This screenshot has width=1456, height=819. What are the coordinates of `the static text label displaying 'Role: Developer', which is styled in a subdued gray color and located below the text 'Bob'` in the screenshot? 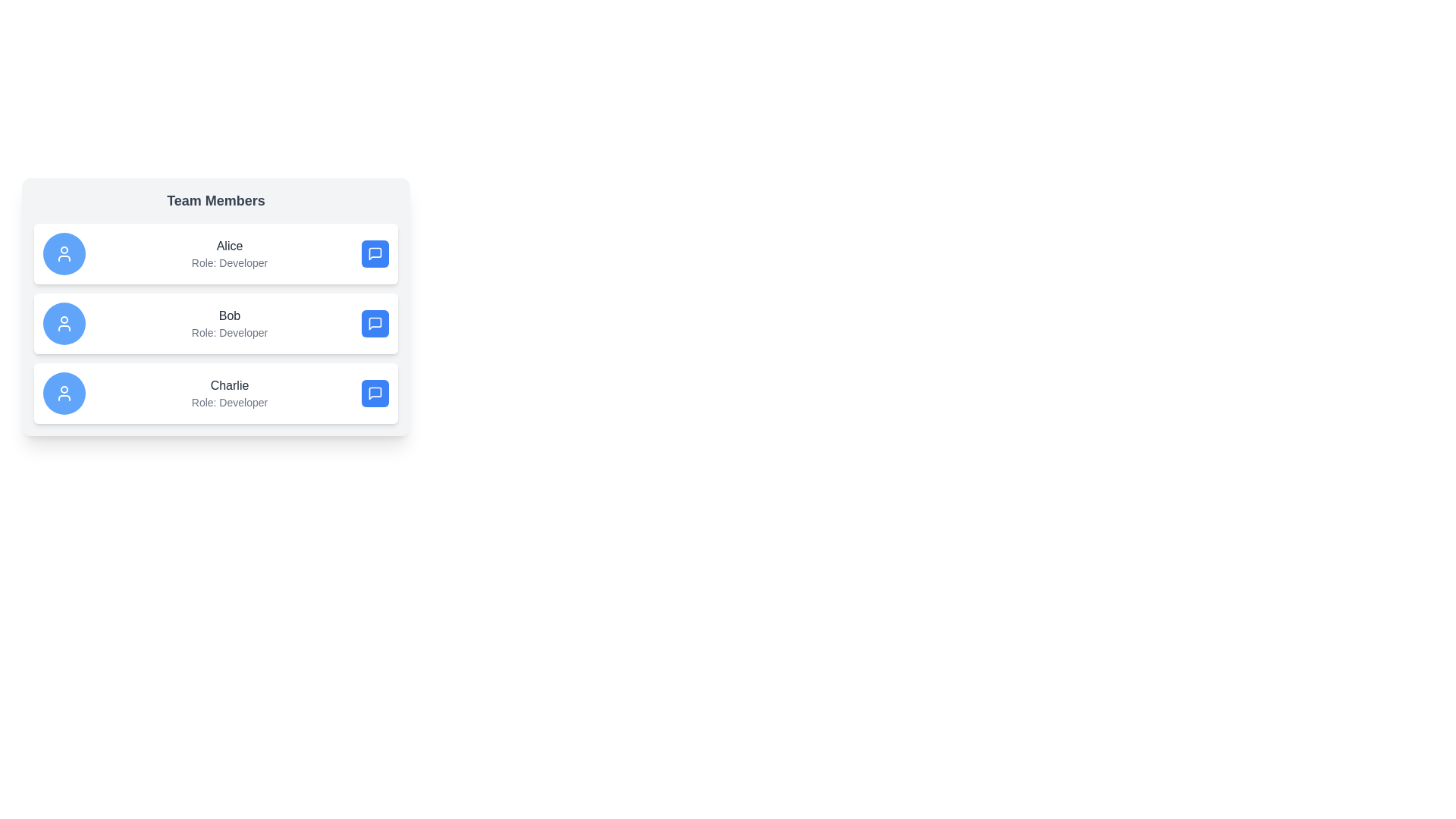 It's located at (228, 332).